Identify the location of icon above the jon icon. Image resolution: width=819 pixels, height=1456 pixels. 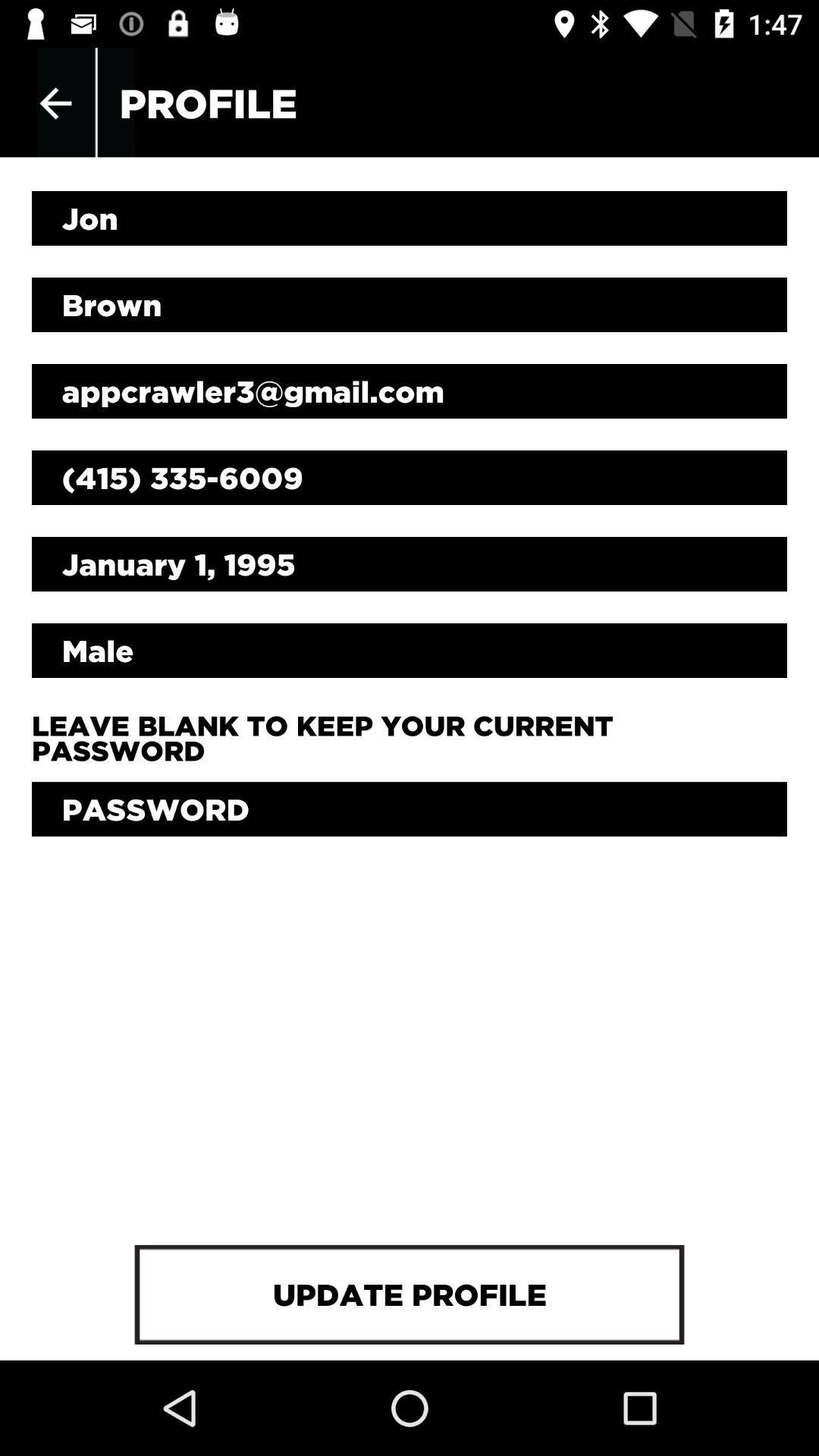
(55, 102).